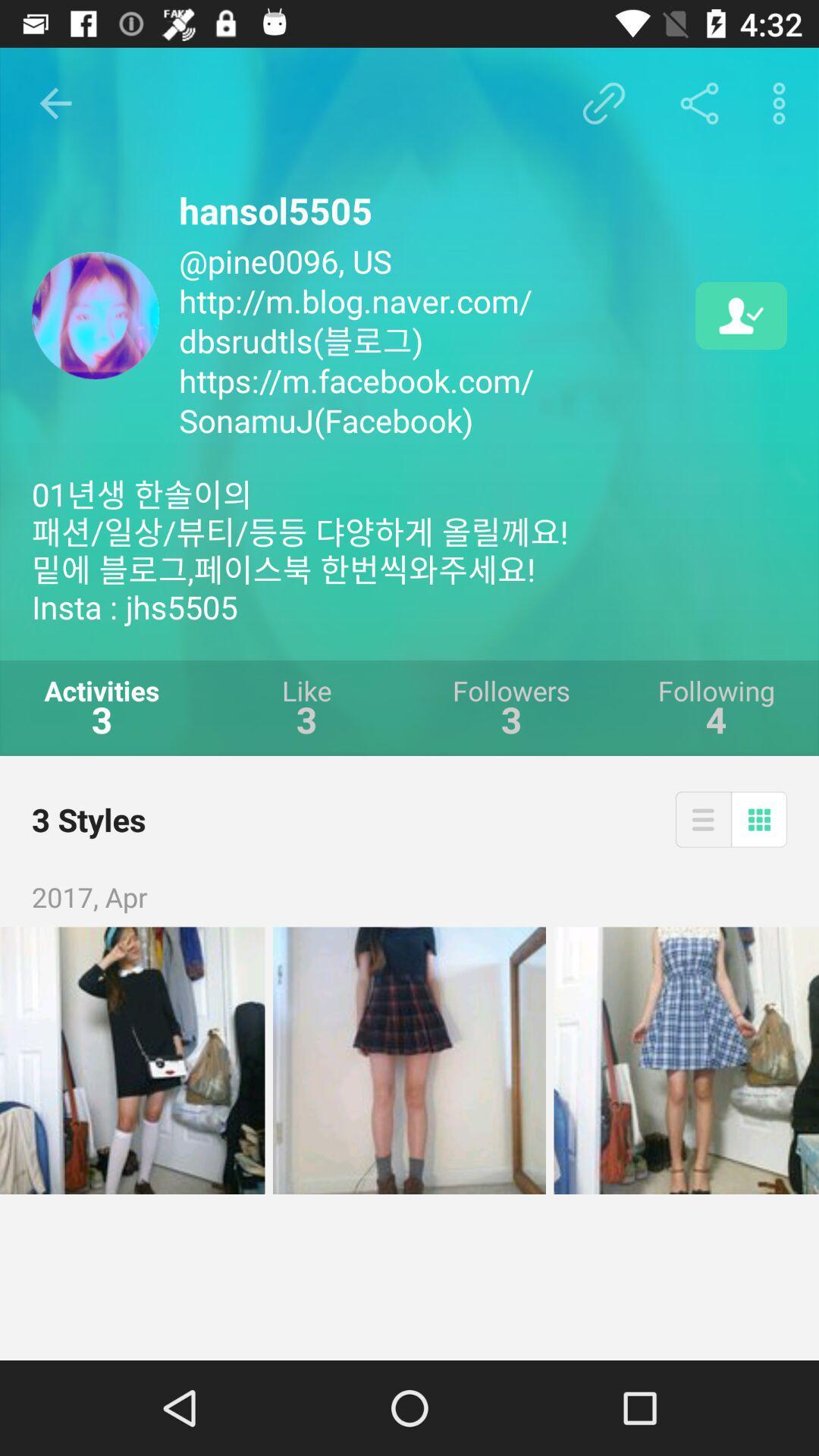 The image size is (819, 1456). What do you see at coordinates (703, 818) in the screenshot?
I see `the item next to the 3 styles icon` at bounding box center [703, 818].